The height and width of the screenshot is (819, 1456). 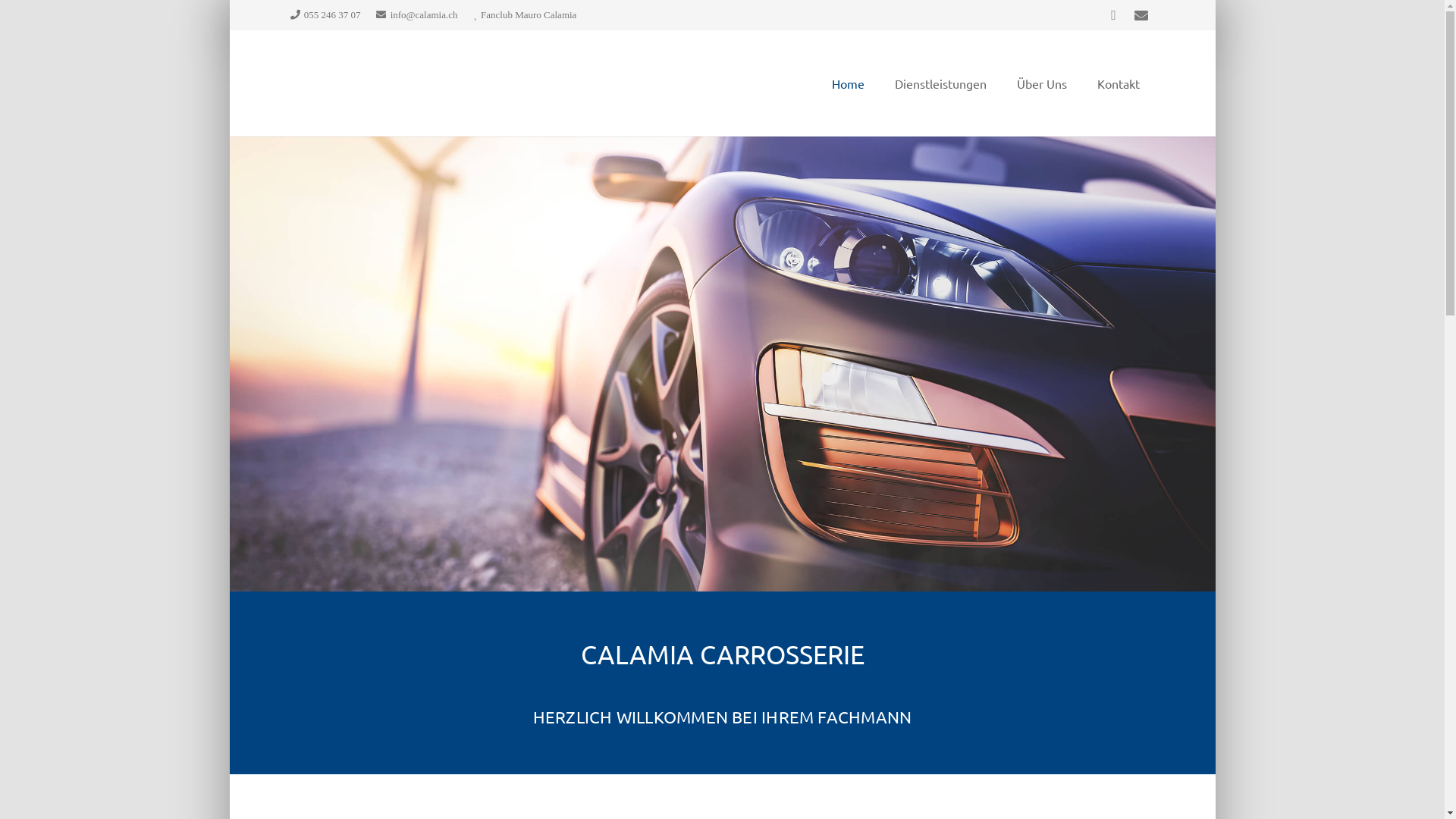 What do you see at coordinates (1140, 14) in the screenshot?
I see `'E-Mail'` at bounding box center [1140, 14].